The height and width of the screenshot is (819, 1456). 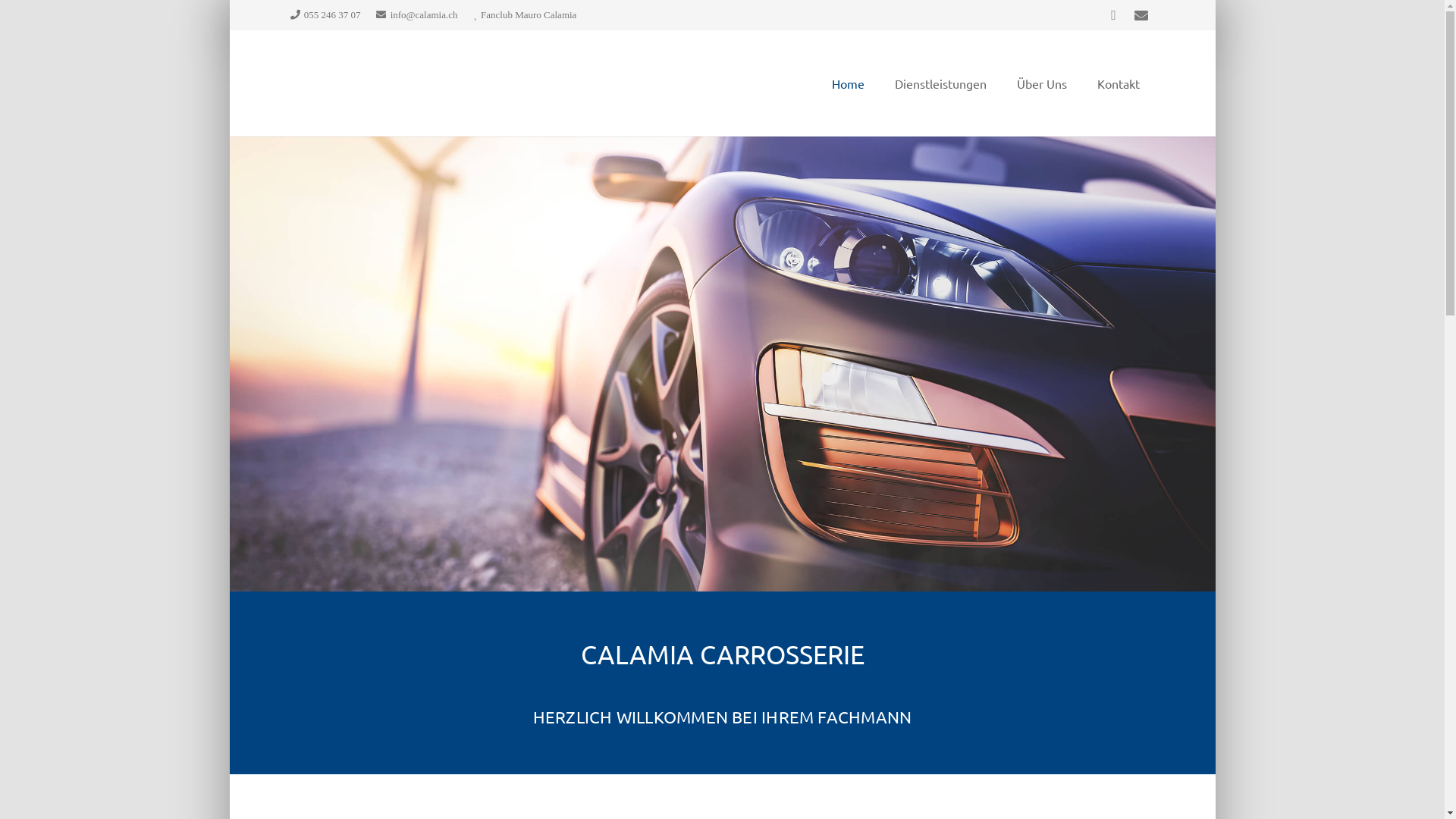 What do you see at coordinates (1140, 14) in the screenshot?
I see `'E-Mail'` at bounding box center [1140, 14].